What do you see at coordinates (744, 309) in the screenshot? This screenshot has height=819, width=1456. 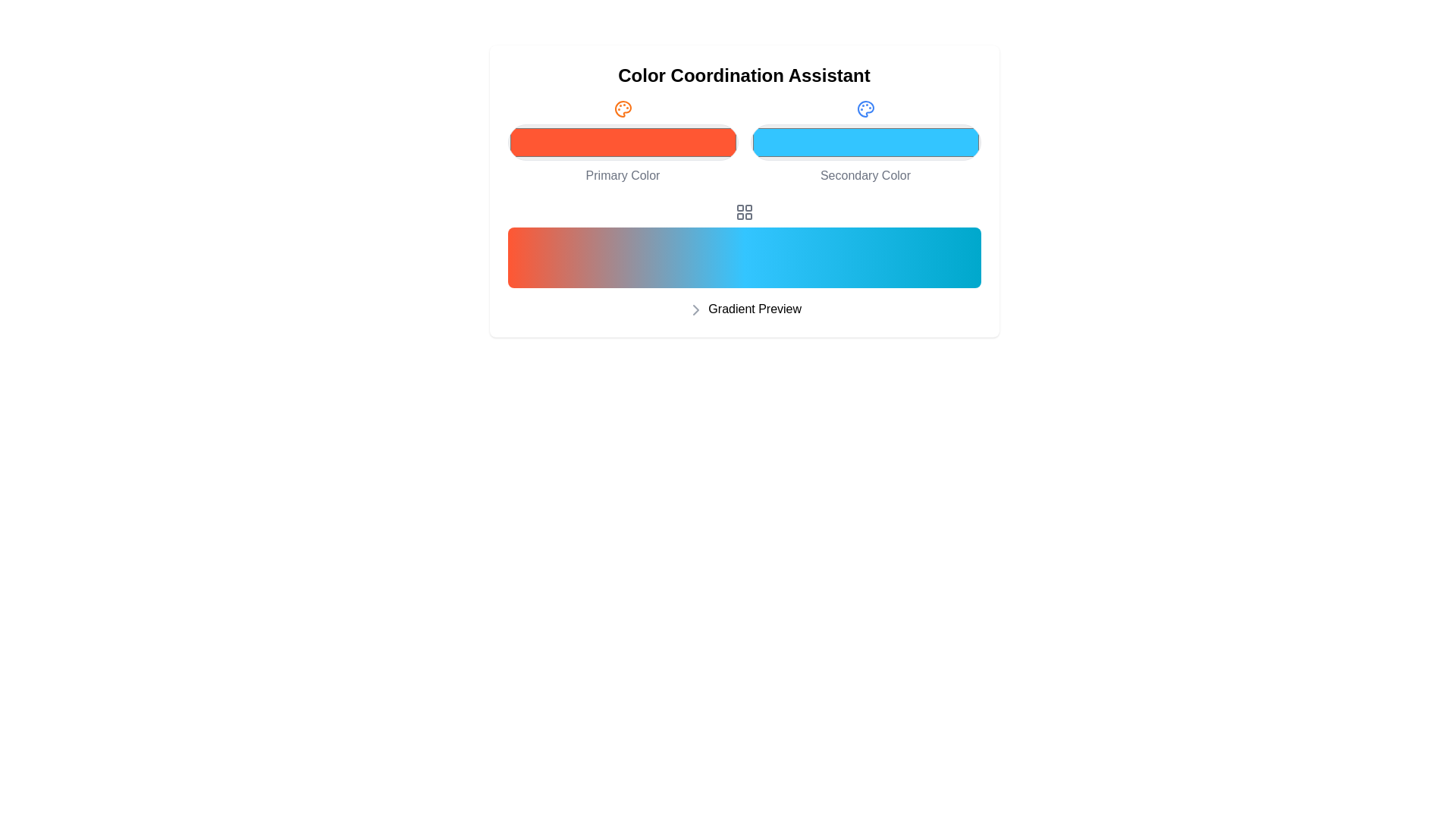 I see `the 'Gradient Preview' label, which features center-aligned text and a small right-pointing arrow icon, located at the bottom of its section` at bounding box center [744, 309].